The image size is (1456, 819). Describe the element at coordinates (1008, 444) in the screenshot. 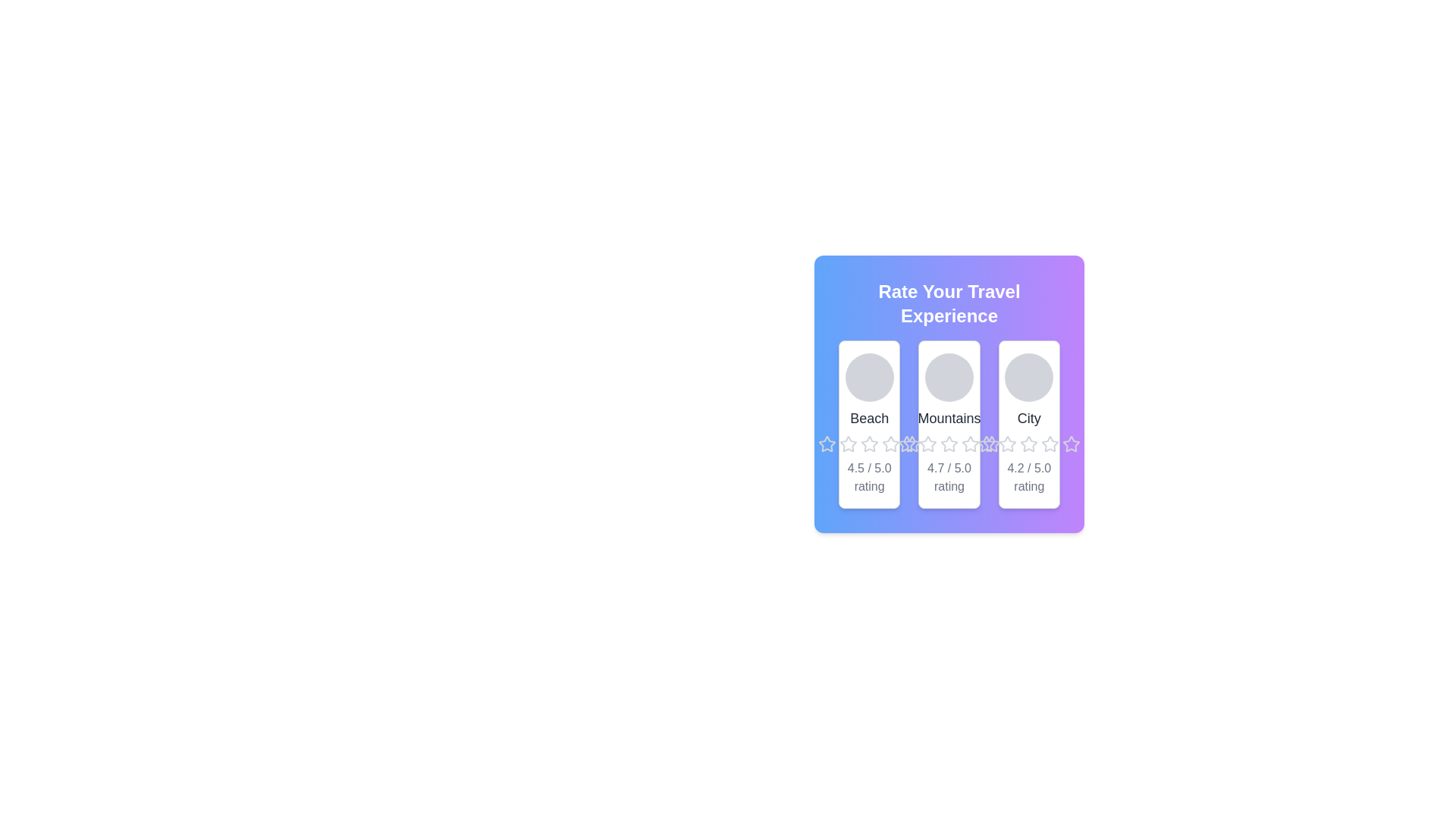

I see `the second star icon in the Star rating component under the 'City' card` at that location.